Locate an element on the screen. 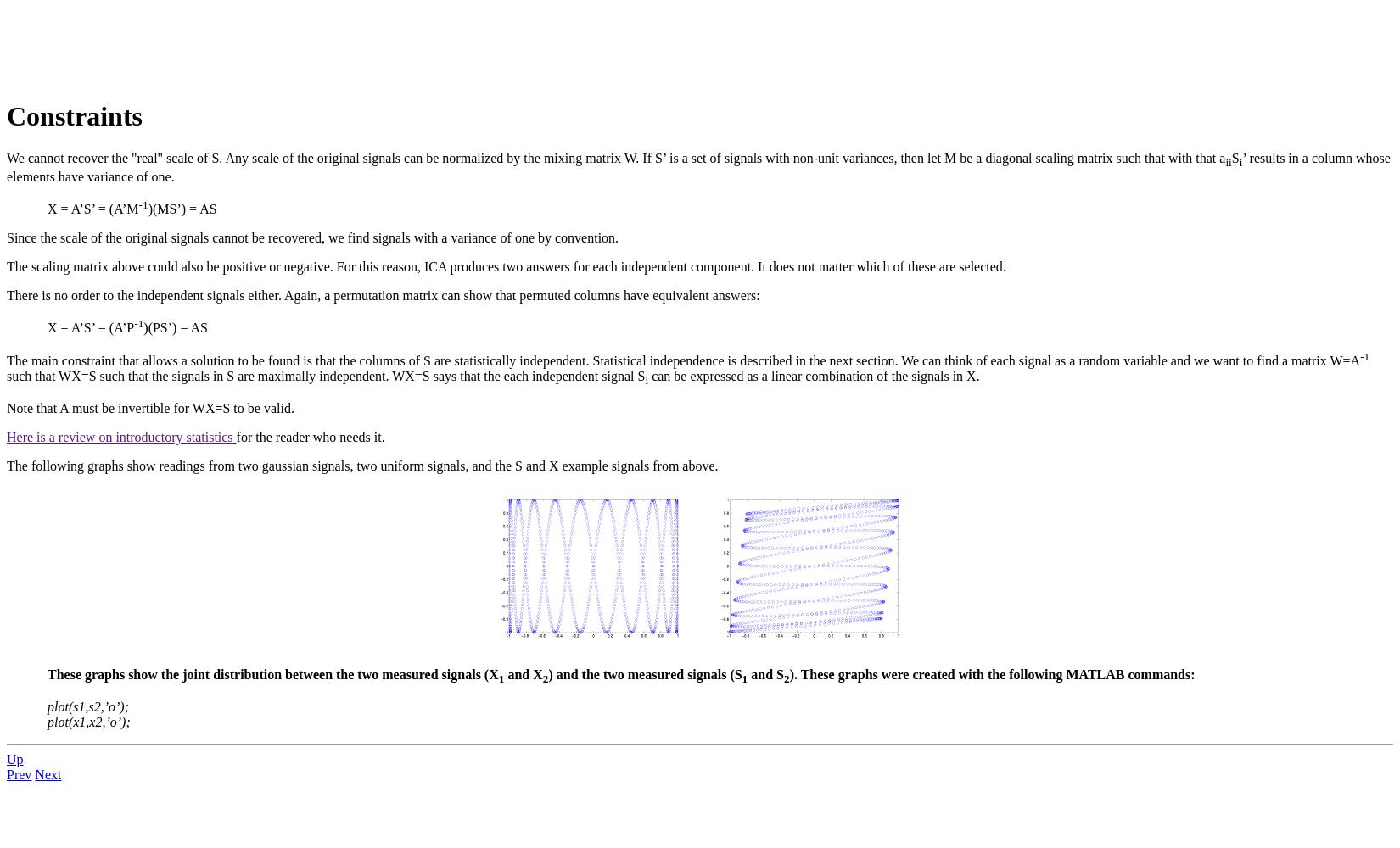  'and S' is located at coordinates (765, 674).